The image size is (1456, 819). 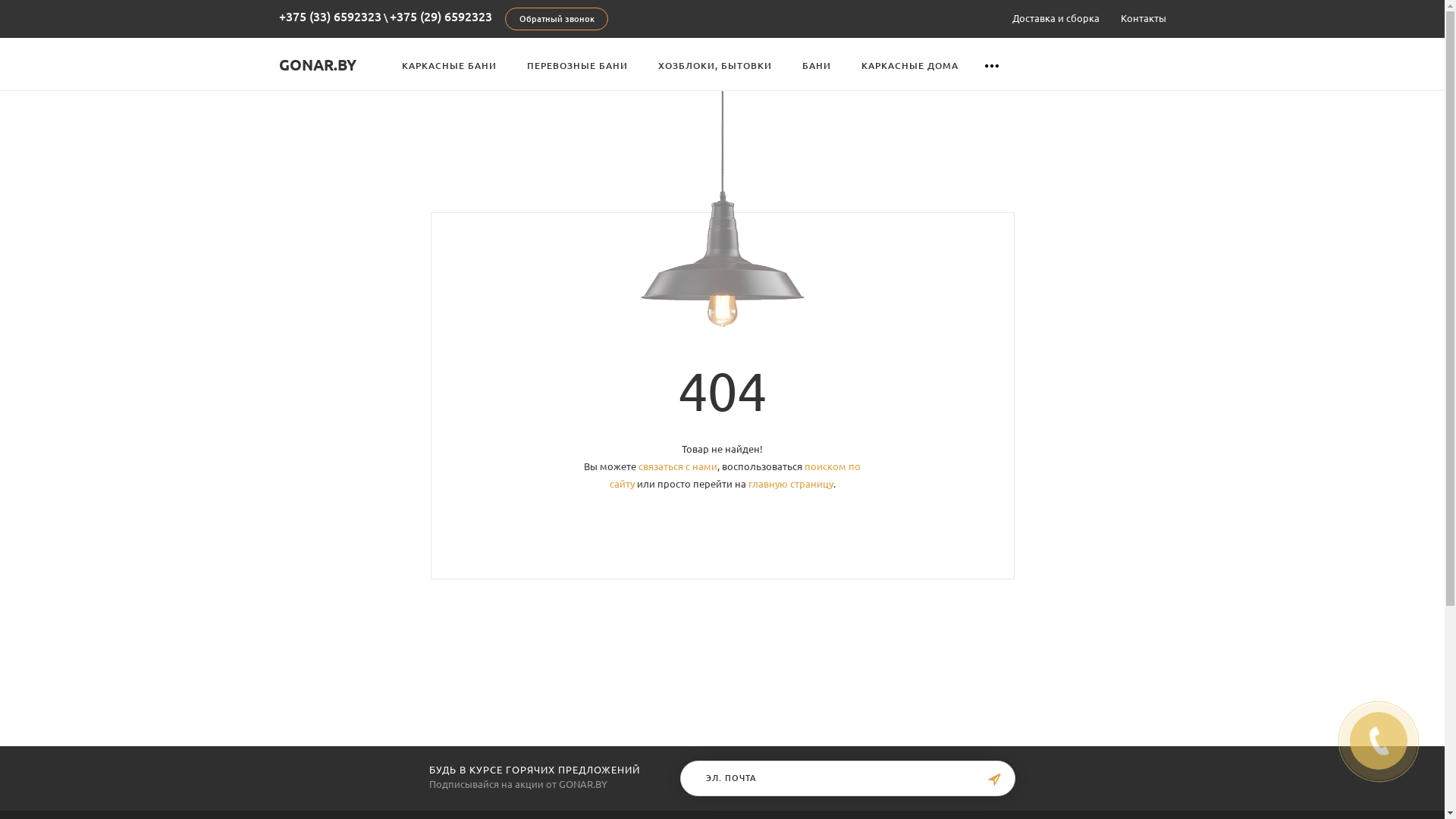 I want to click on 'GONAR.BY', so click(x=316, y=63).